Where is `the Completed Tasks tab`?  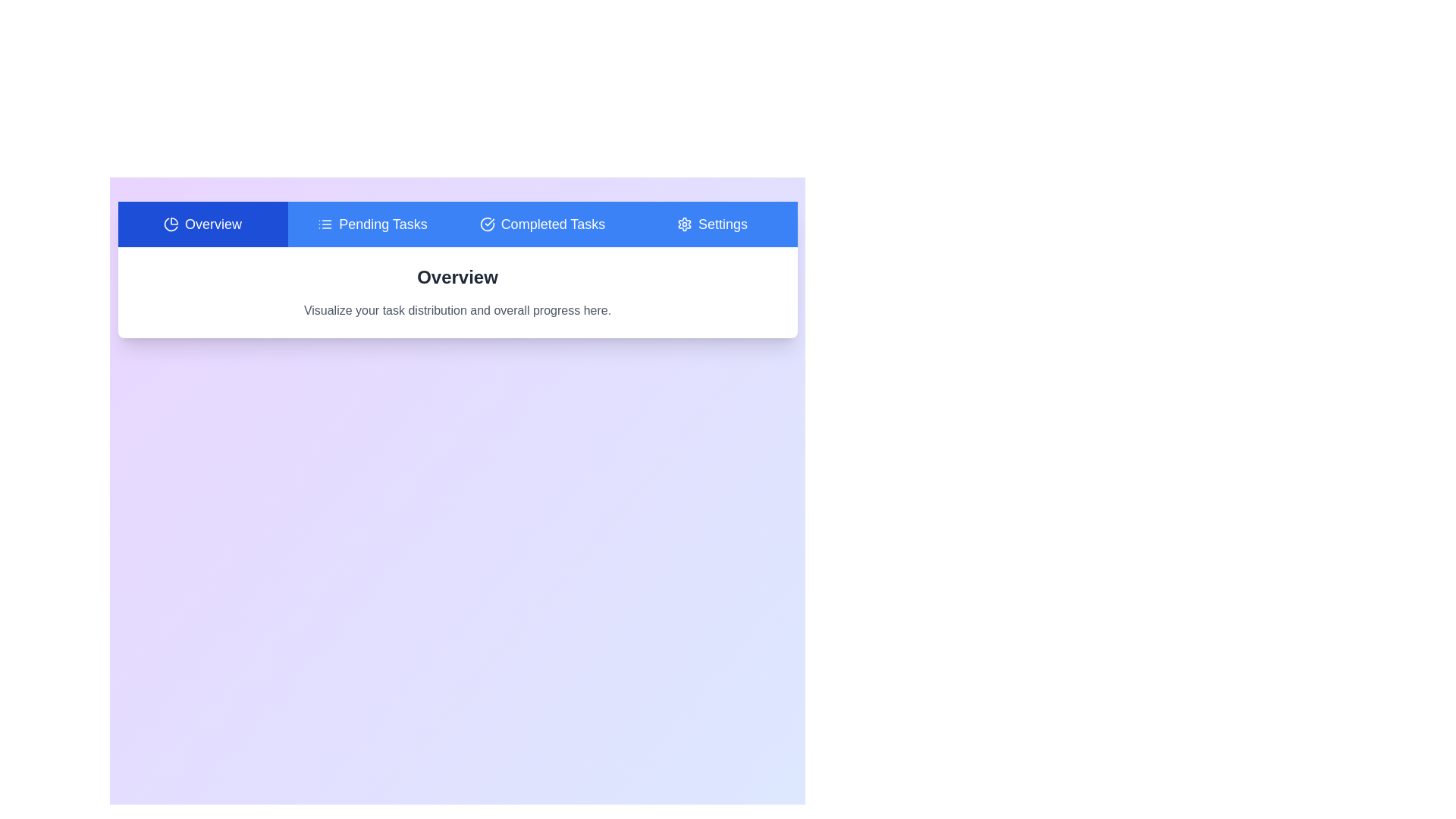 the Completed Tasks tab is located at coordinates (542, 224).